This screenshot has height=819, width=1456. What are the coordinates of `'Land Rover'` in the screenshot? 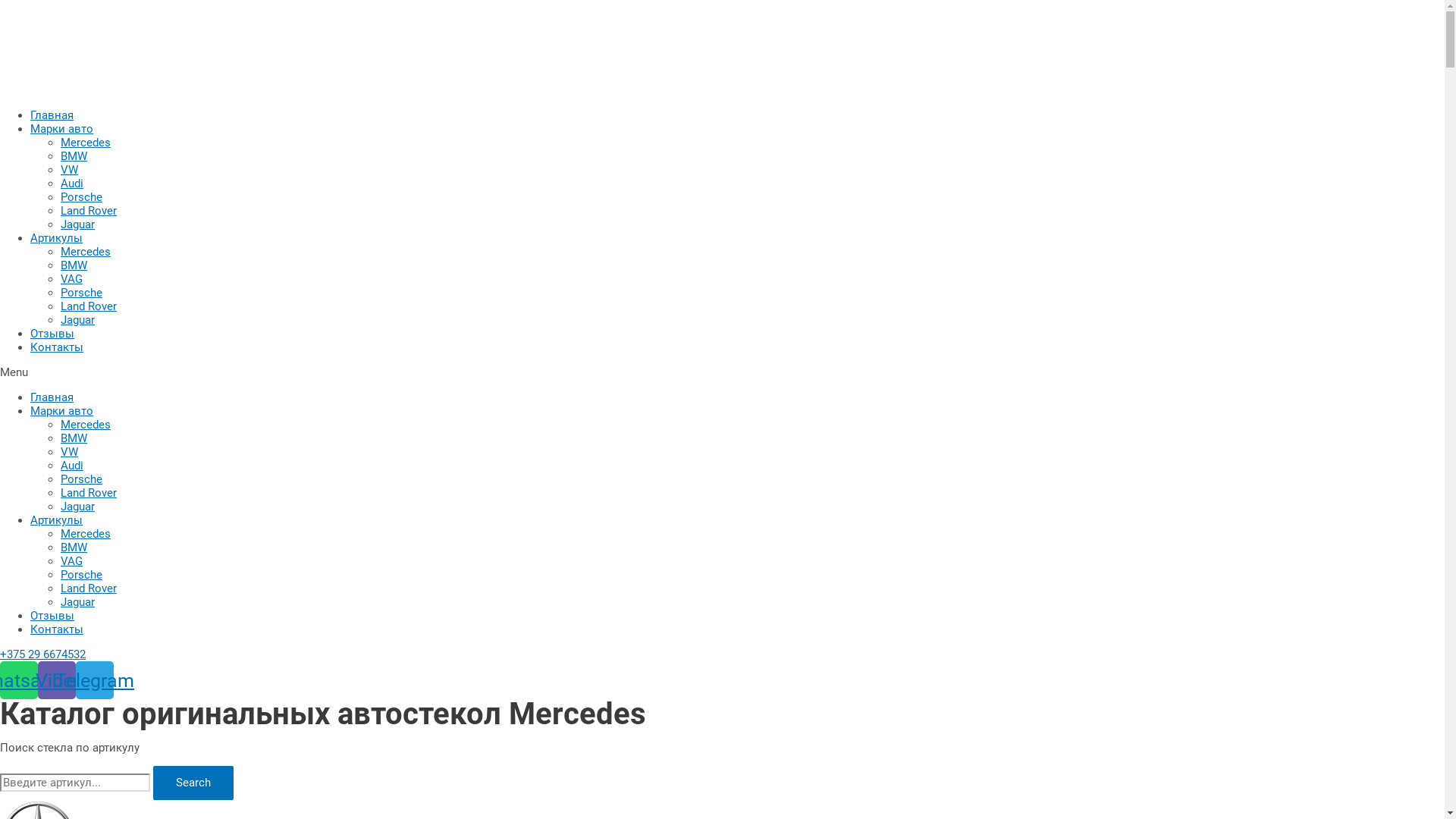 It's located at (87, 210).